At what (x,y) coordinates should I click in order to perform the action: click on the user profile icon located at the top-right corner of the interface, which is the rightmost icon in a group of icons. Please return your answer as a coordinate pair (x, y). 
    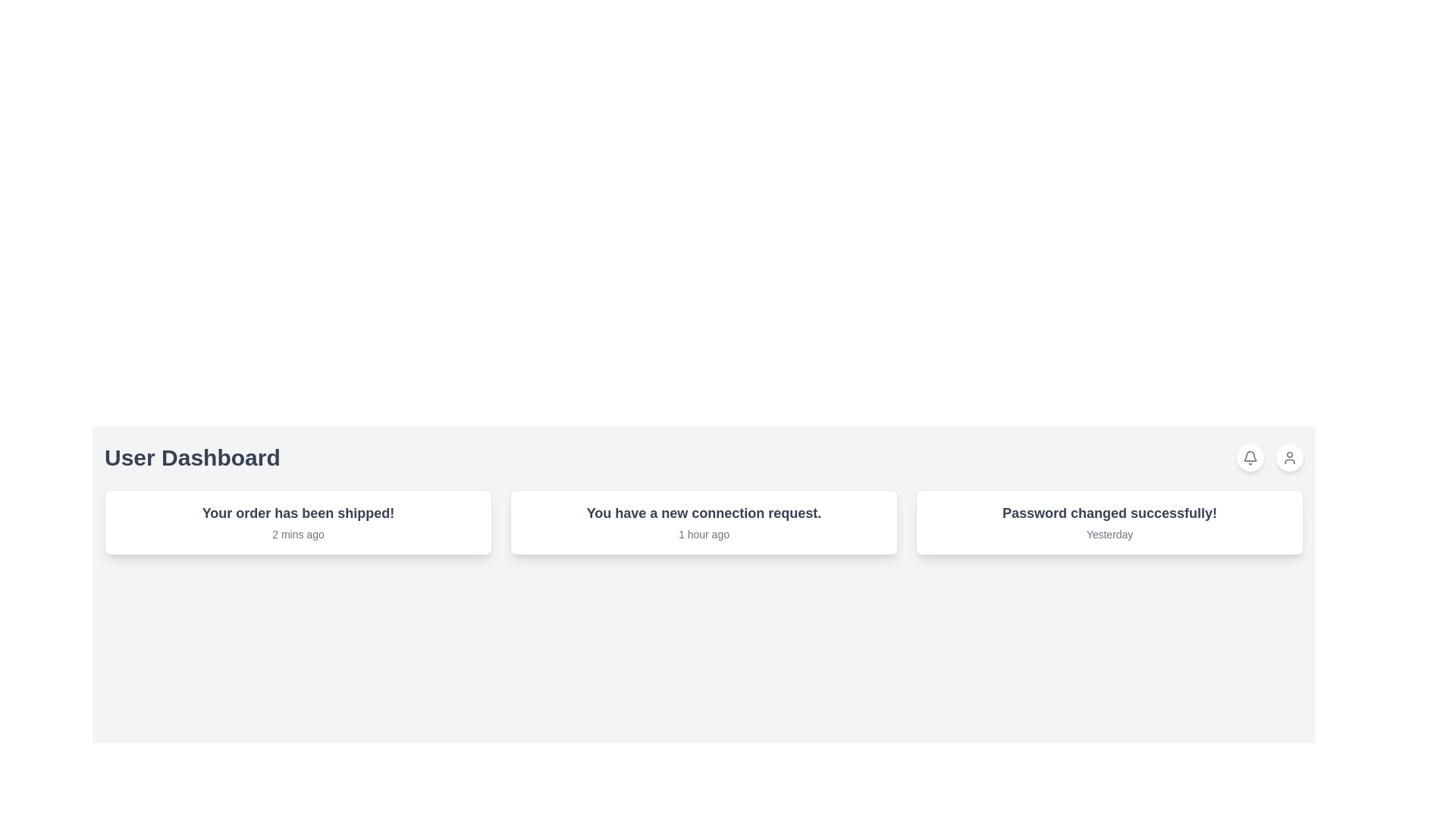
    Looking at the image, I should click on (1288, 457).